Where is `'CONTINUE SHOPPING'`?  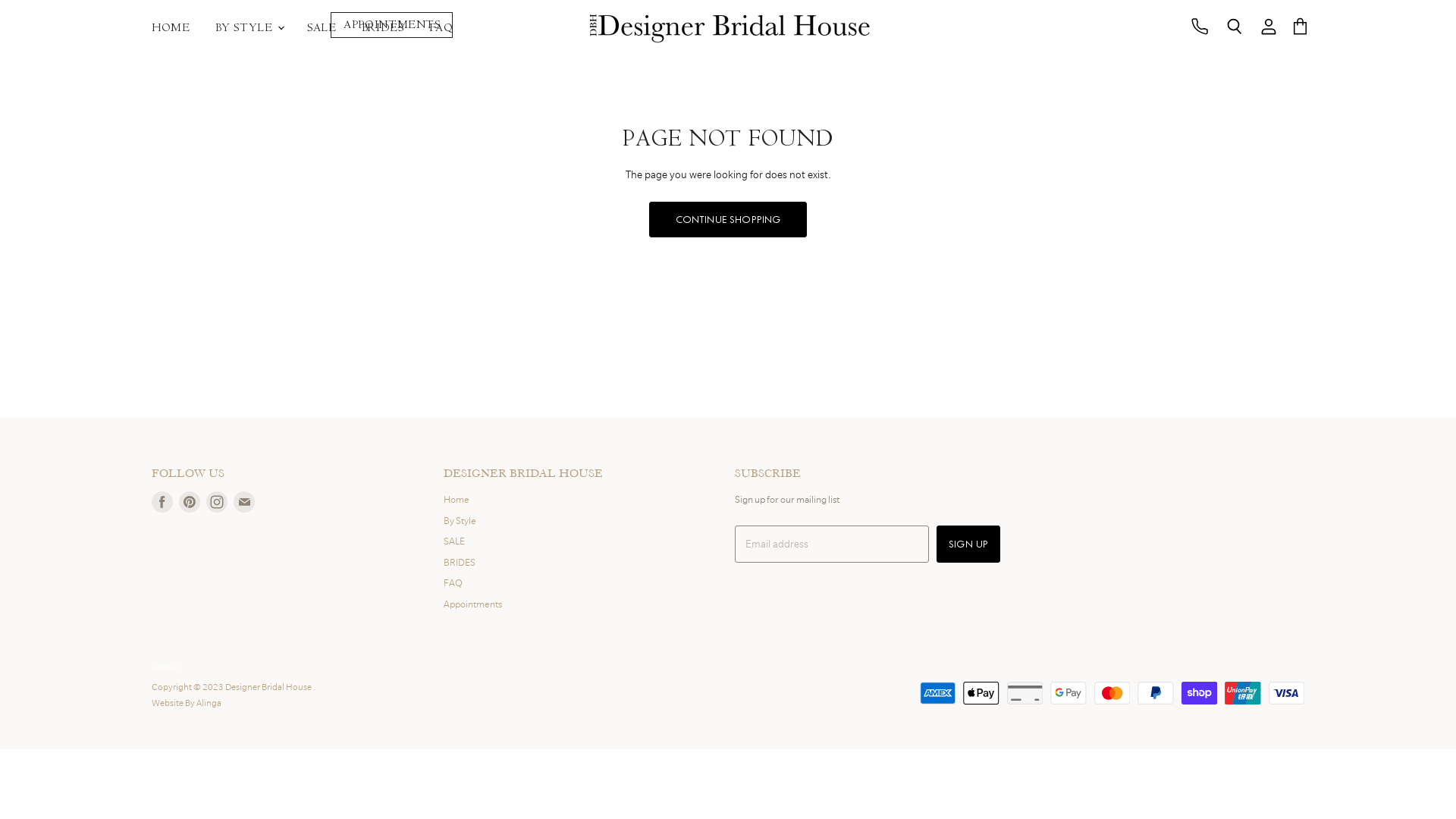
'CONTINUE SHOPPING' is located at coordinates (728, 219).